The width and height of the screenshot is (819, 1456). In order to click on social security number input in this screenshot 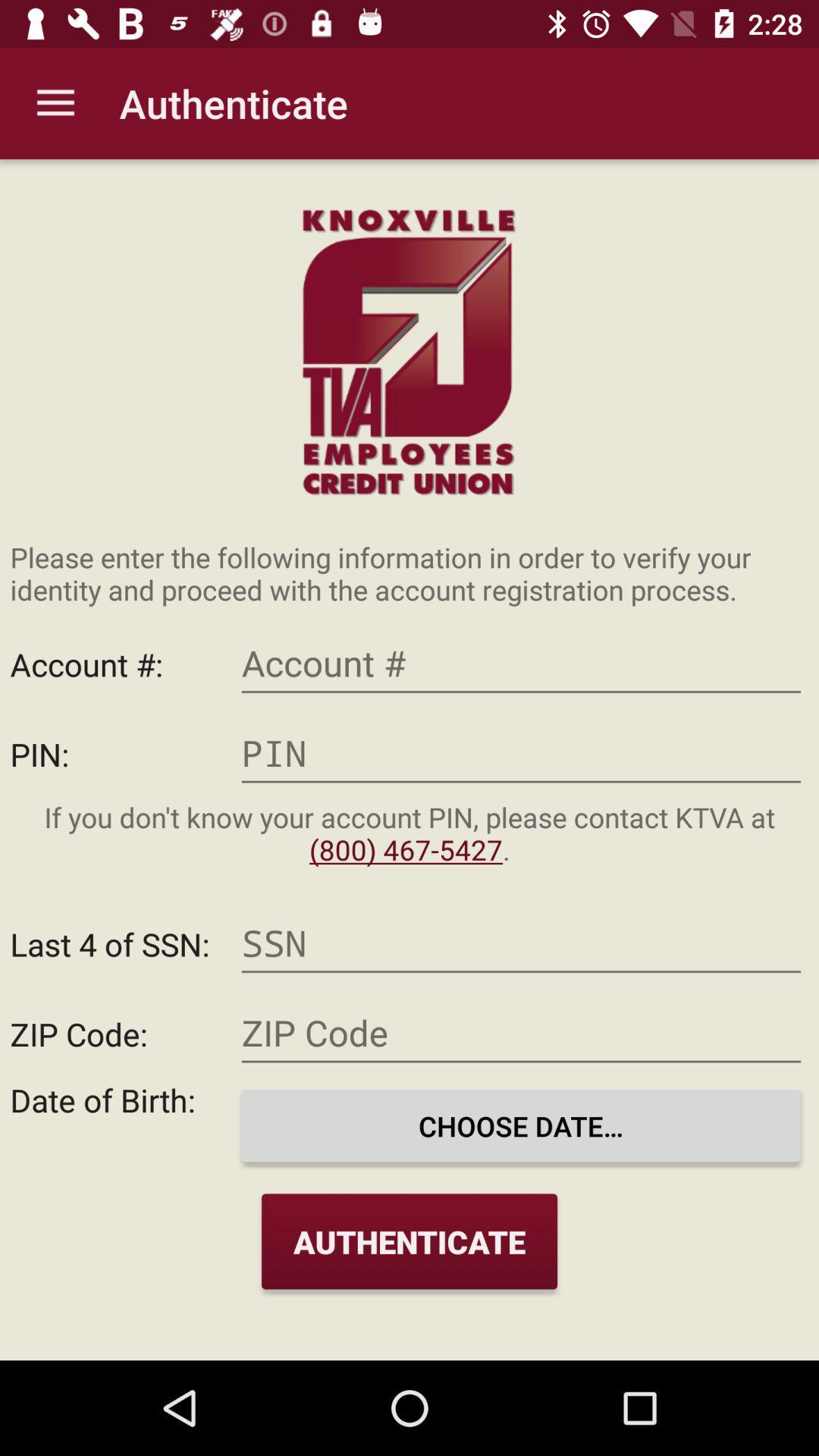, I will do `click(520, 943)`.